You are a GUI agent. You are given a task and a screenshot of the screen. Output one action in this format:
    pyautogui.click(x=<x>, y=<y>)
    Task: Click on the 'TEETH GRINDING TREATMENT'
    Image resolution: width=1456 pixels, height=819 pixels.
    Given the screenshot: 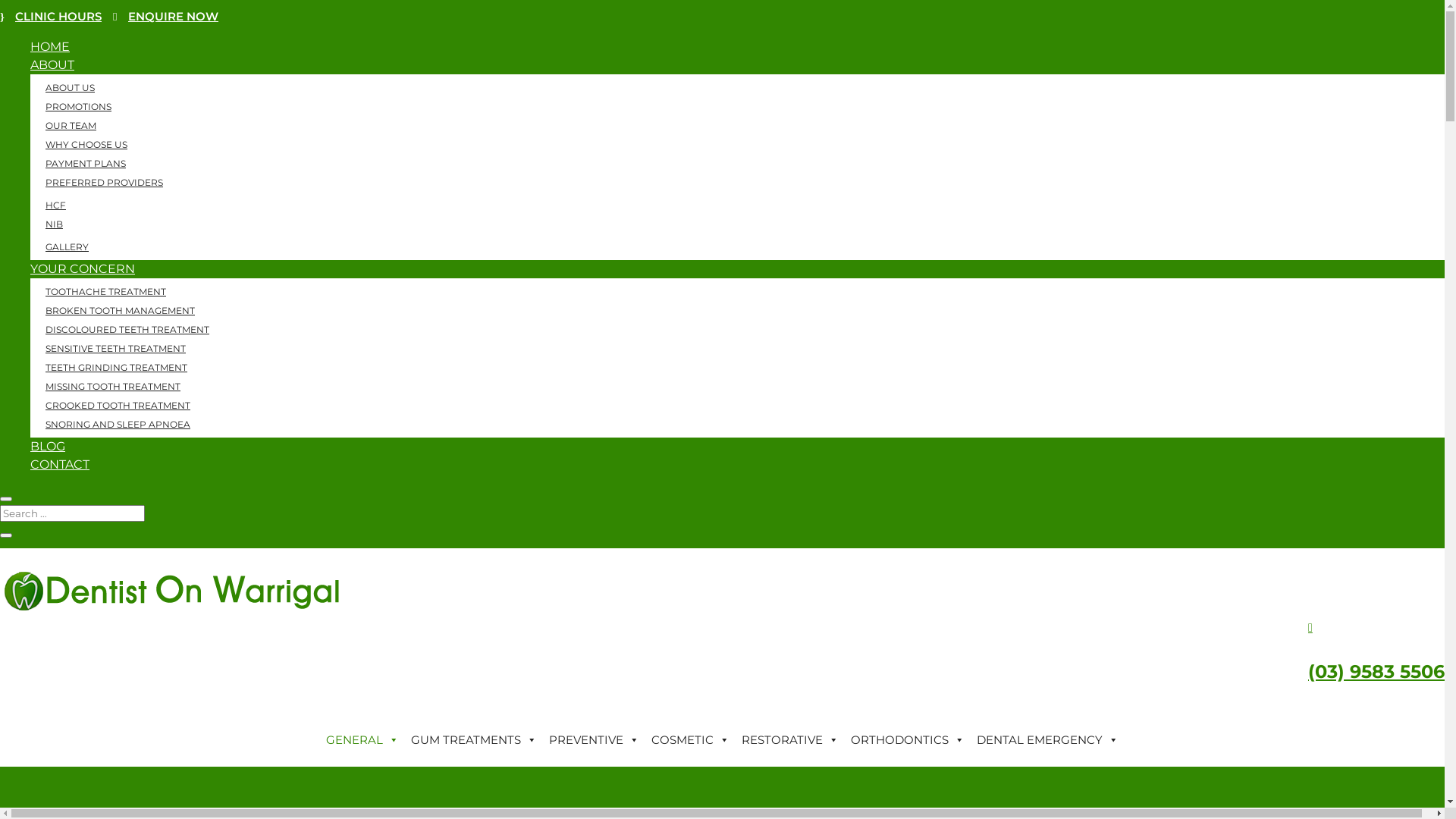 What is the action you would take?
    pyautogui.click(x=115, y=367)
    